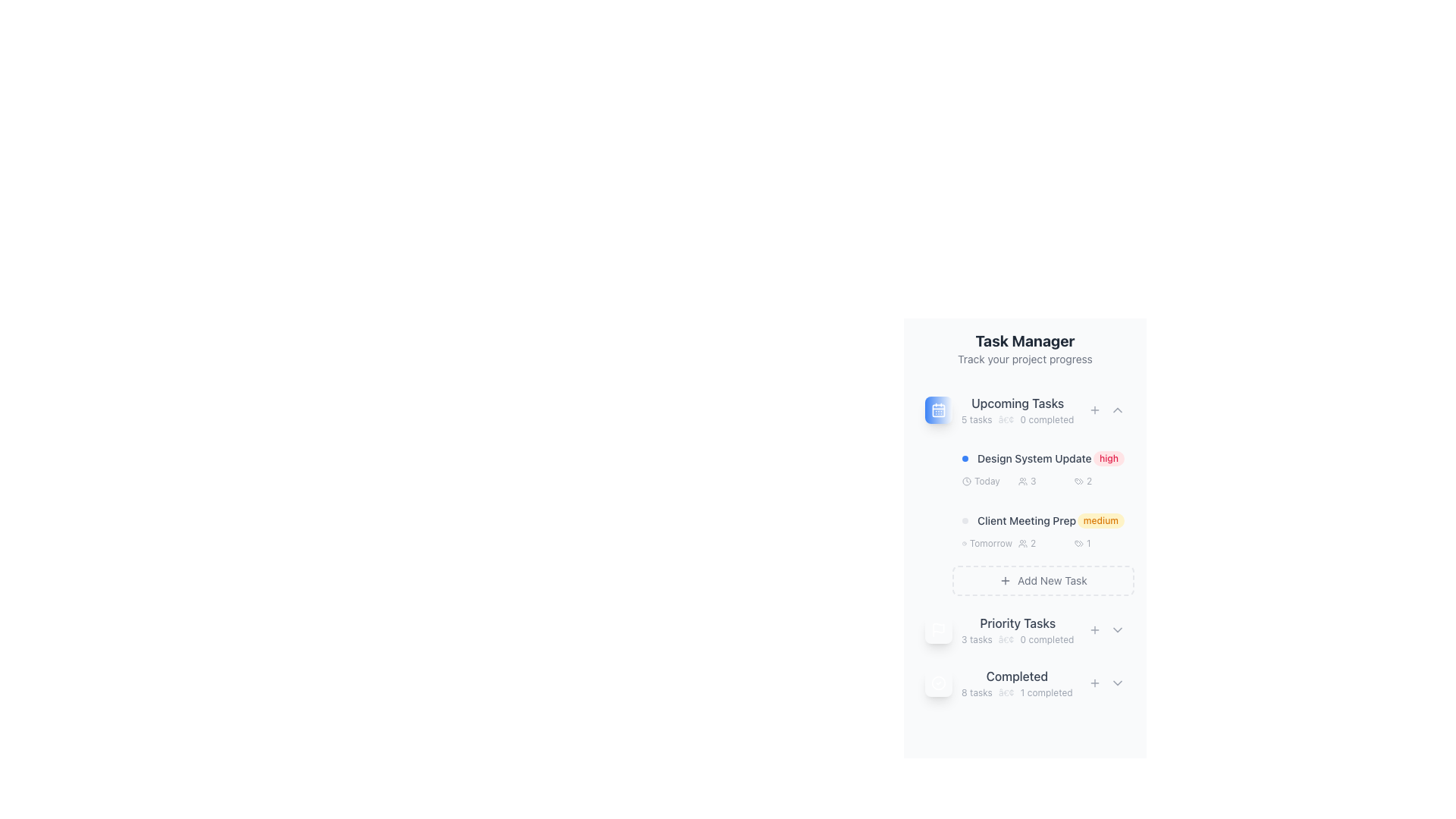  What do you see at coordinates (977, 693) in the screenshot?
I see `the text label displaying '8 tasks' in gray color located in the 'Completed' tasks section under the 'Priority Tasks' header` at bounding box center [977, 693].